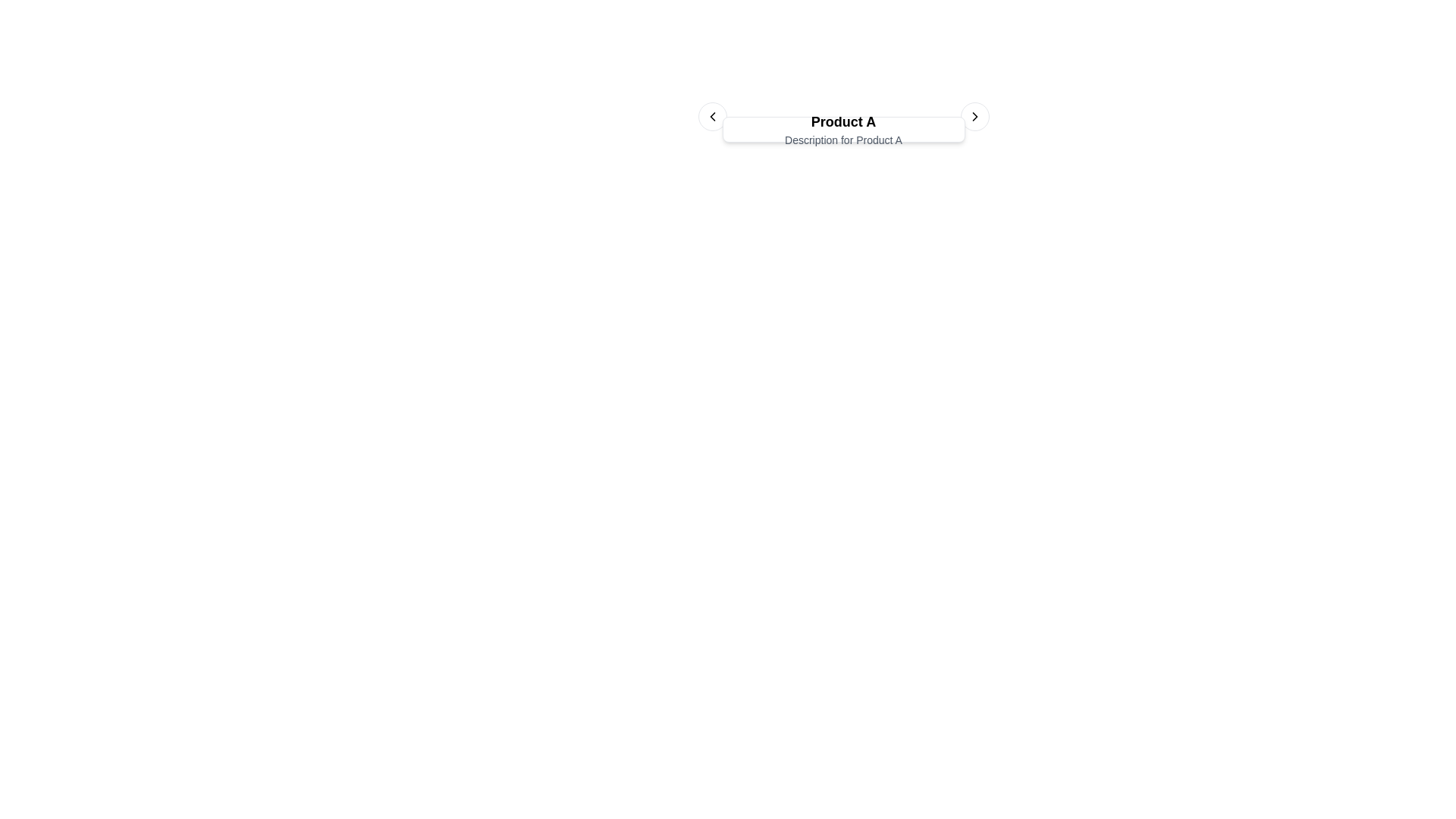 This screenshot has width=1456, height=819. What do you see at coordinates (843, 116) in the screenshot?
I see `displayed product information from the central text display of the product carousel, which includes the product's title and description` at bounding box center [843, 116].